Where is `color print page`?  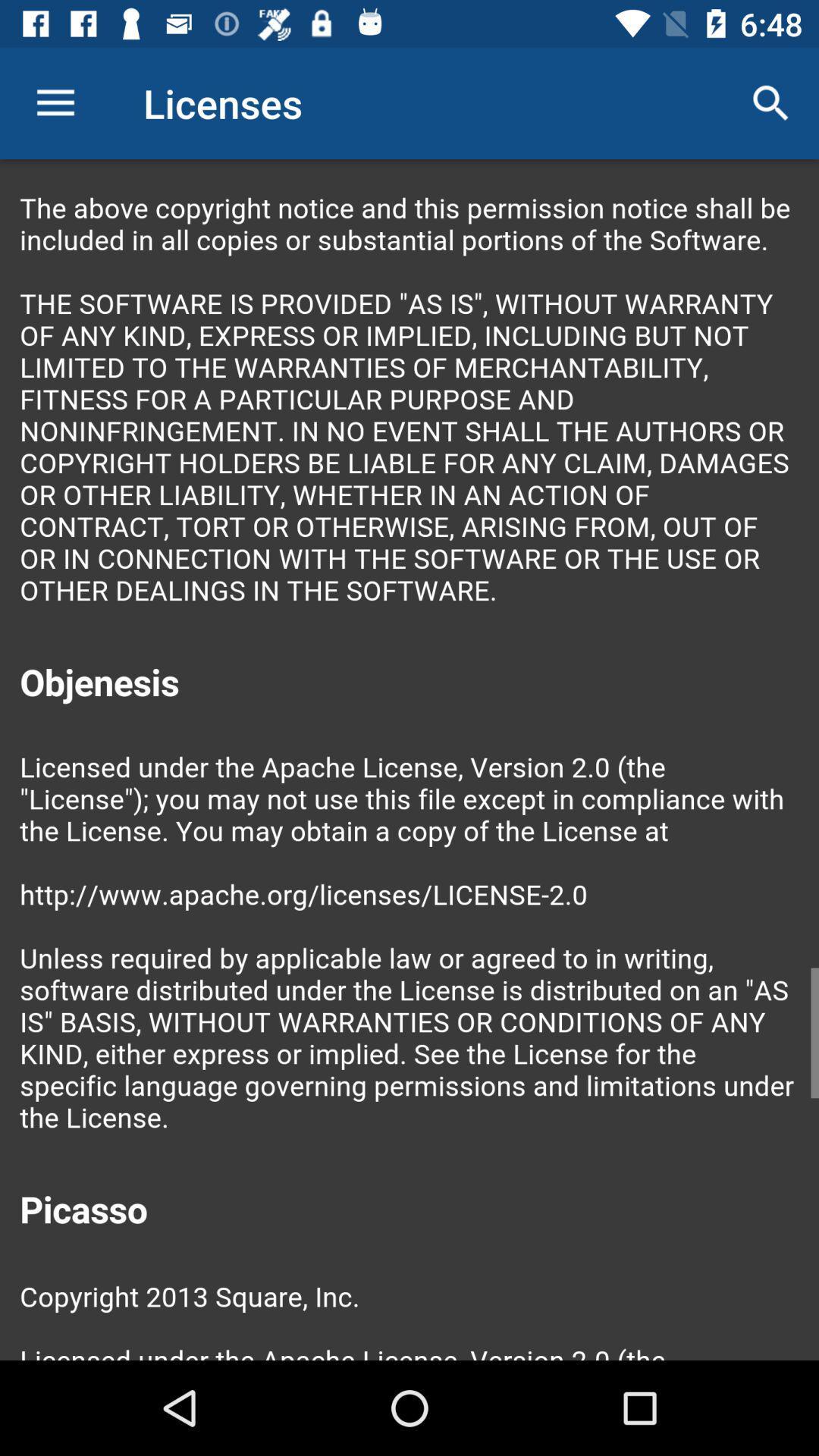
color print page is located at coordinates (409, 760).